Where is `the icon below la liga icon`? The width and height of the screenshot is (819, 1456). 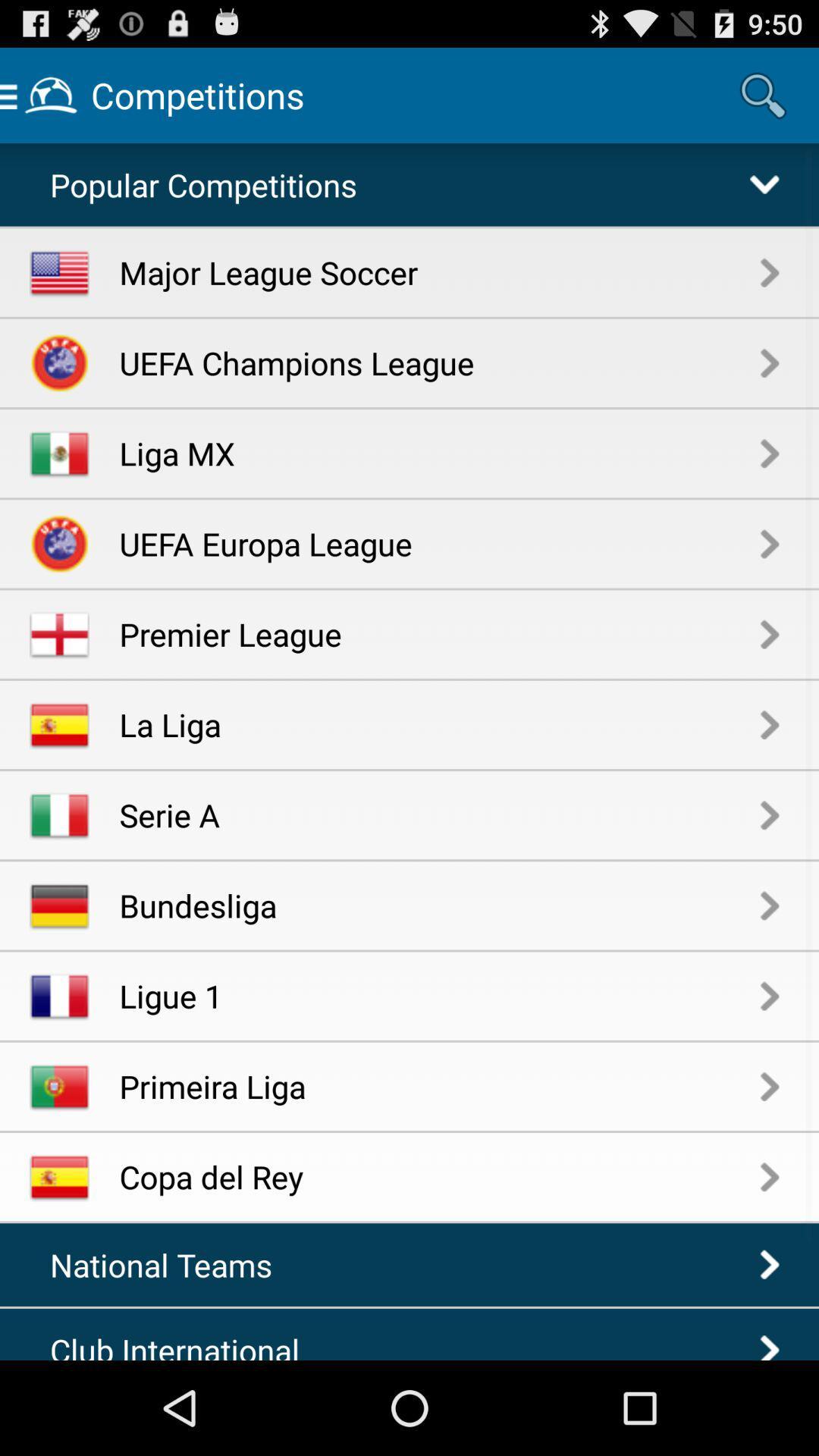 the icon below la liga icon is located at coordinates (440, 814).